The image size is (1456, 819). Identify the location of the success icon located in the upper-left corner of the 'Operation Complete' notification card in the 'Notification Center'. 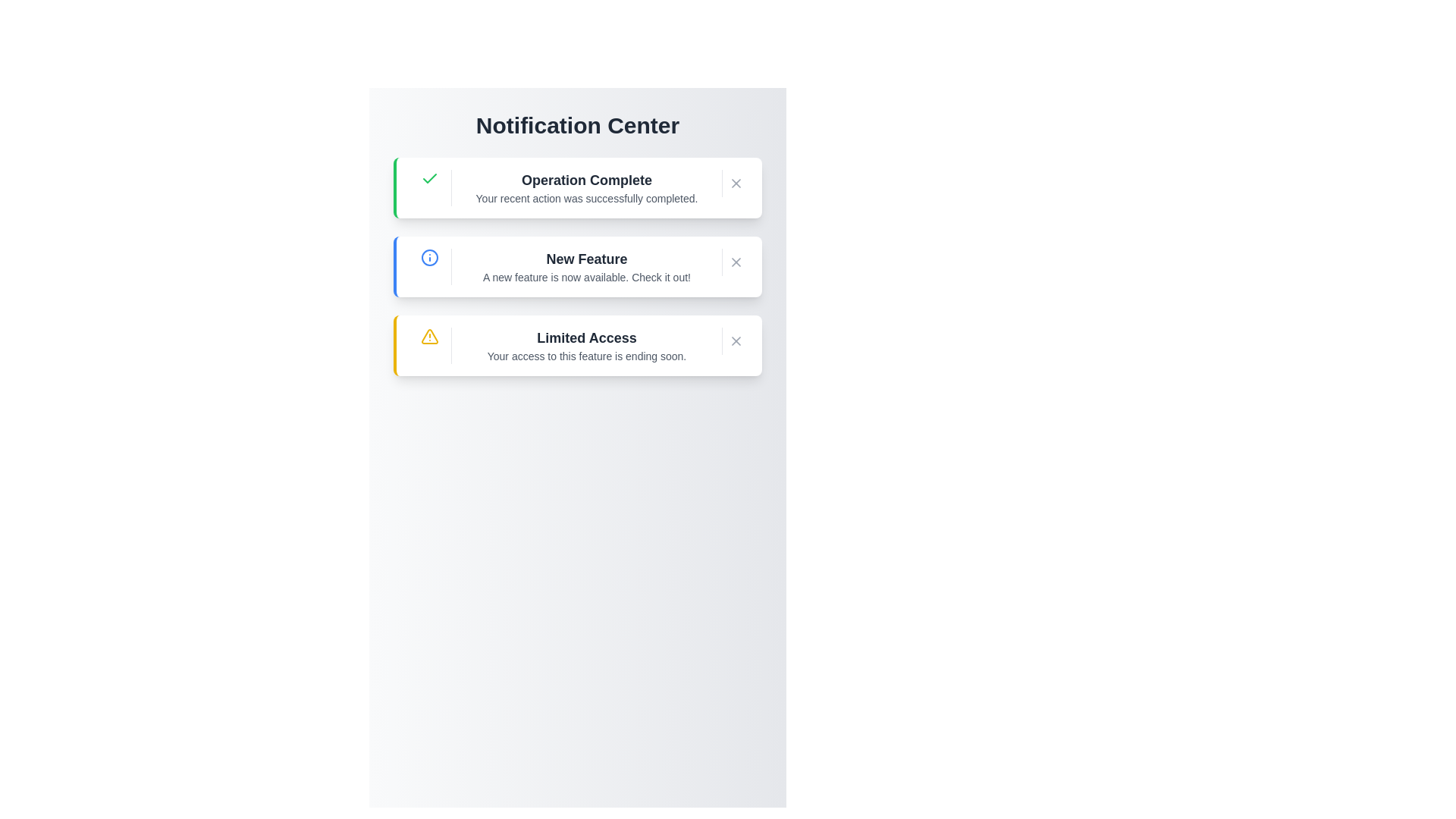
(428, 177).